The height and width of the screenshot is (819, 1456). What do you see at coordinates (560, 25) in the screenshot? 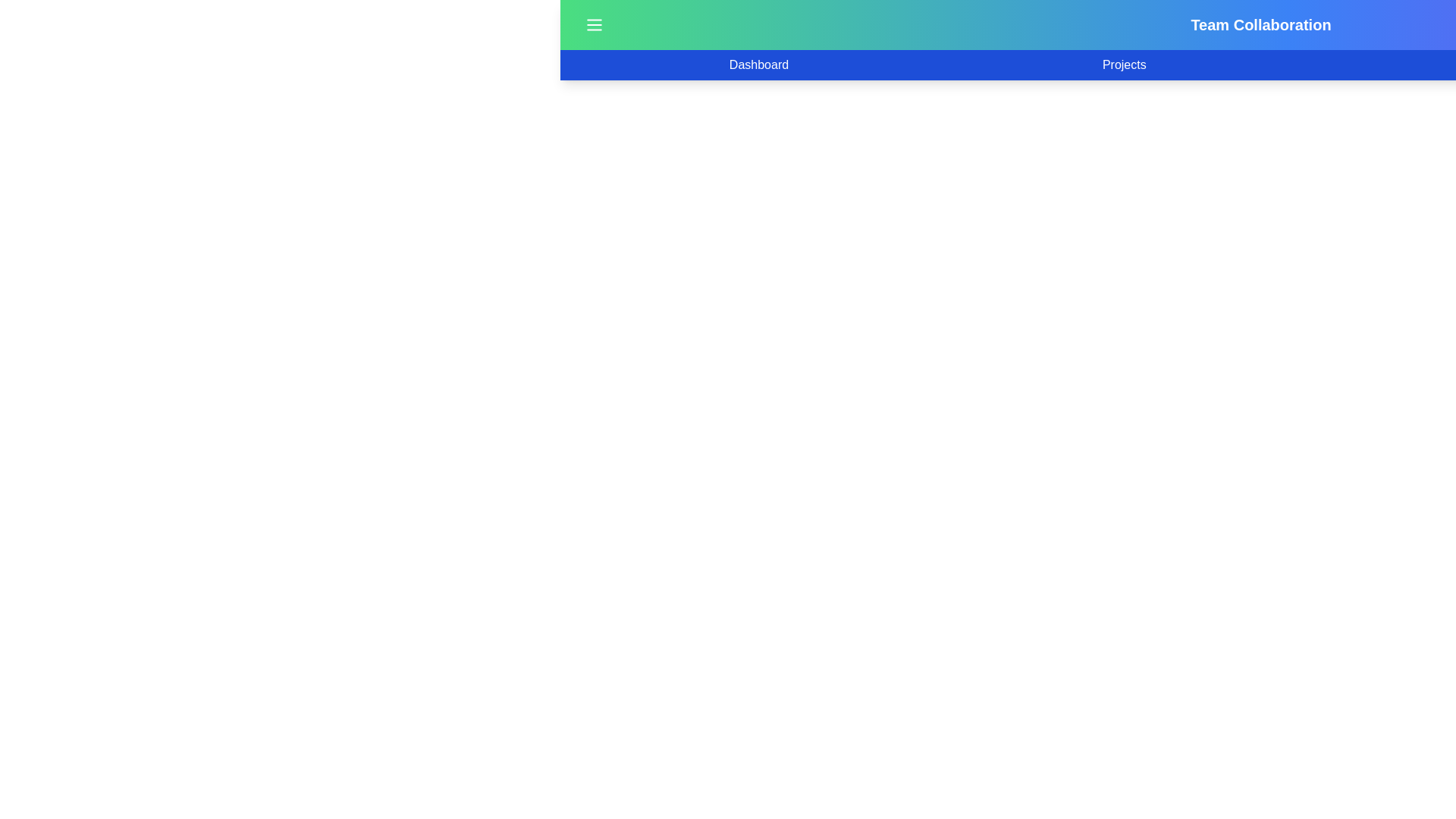
I see `the text 'Team Collaboration' for copying` at bounding box center [560, 25].